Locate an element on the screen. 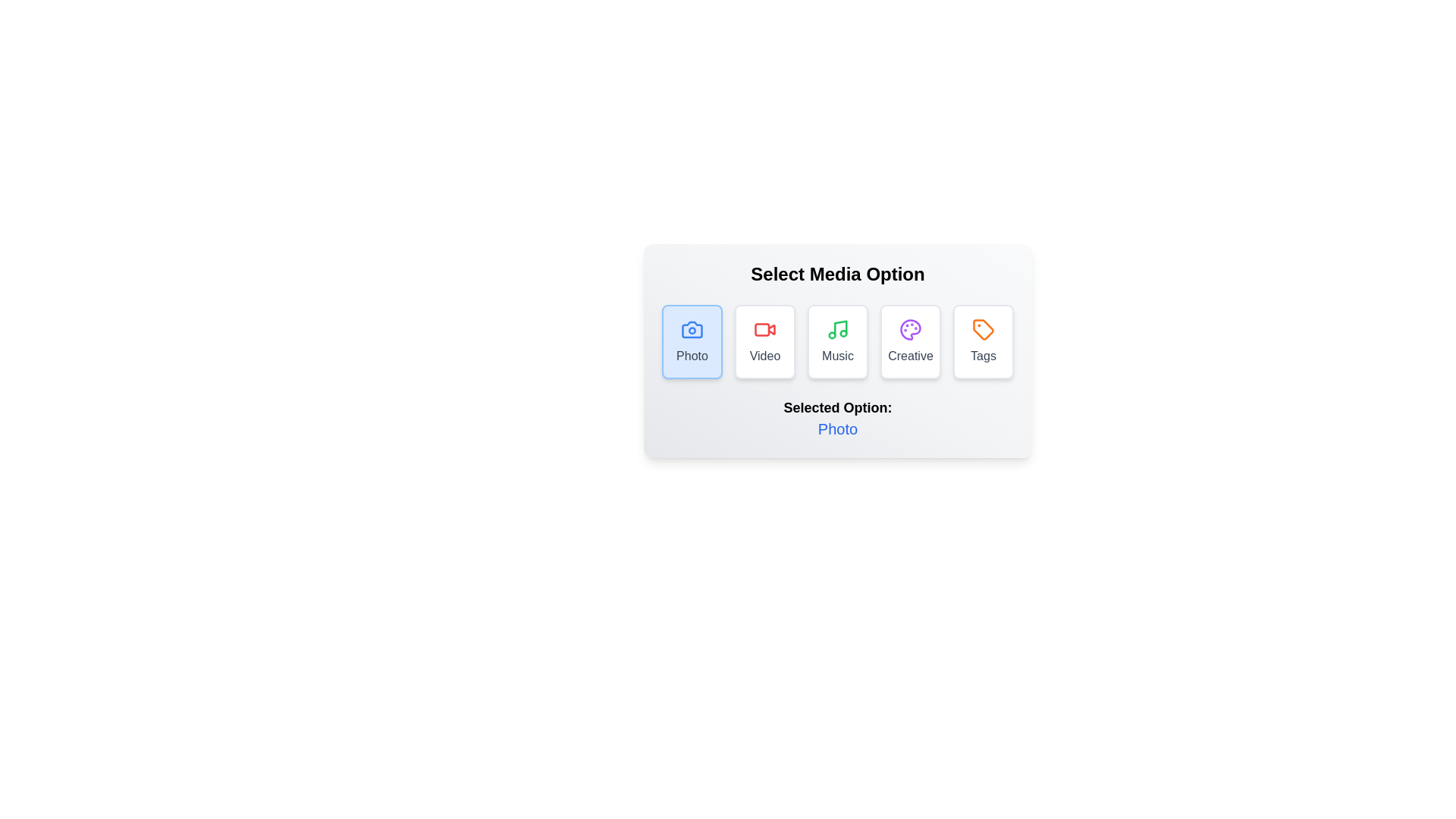 The width and height of the screenshot is (1456, 819). the media option Photo by clicking on its corresponding button is located at coordinates (691, 342).